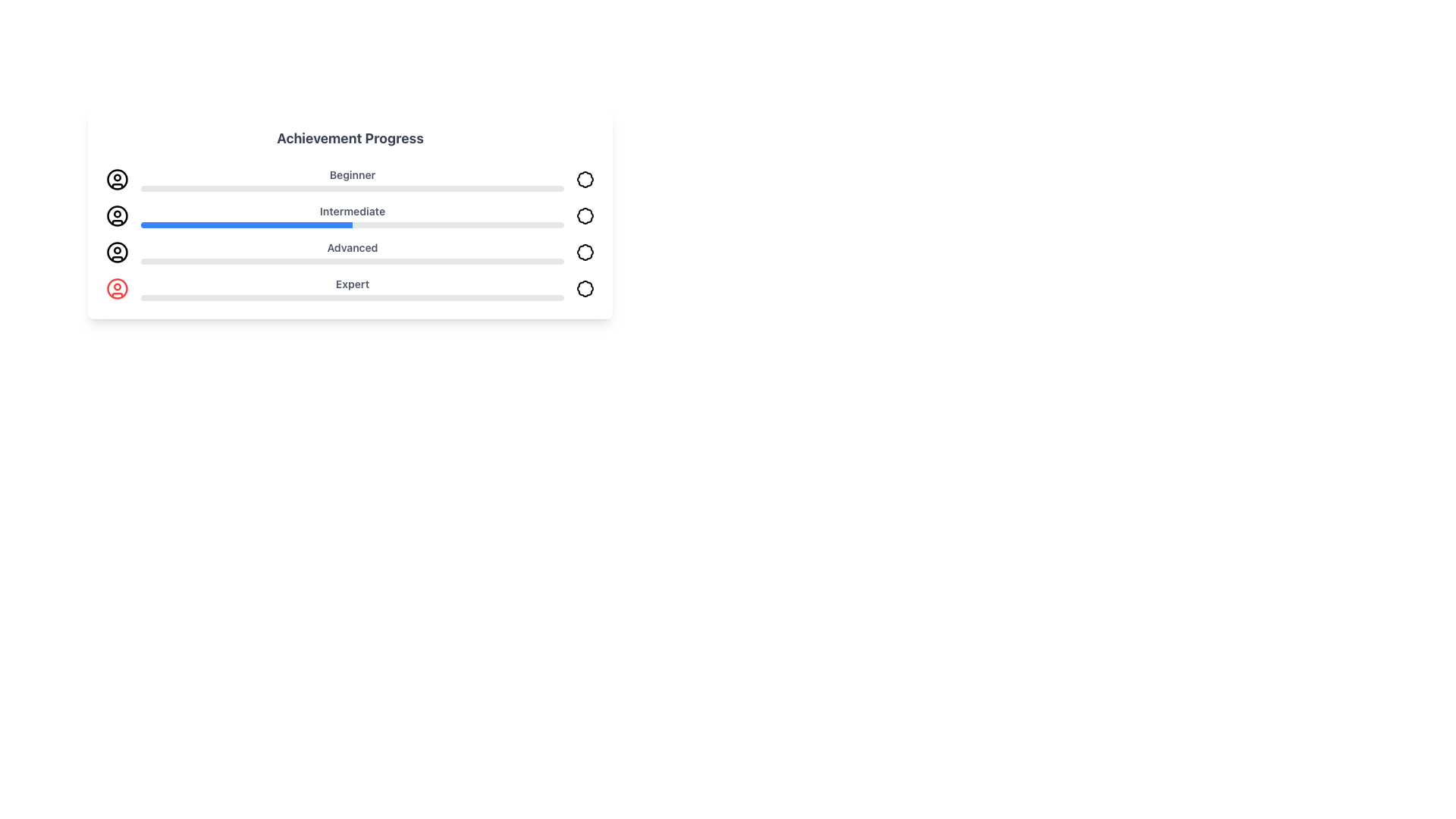  I want to click on the 'Intermediate' progress indicator, which is a blue horizontal bar indicating 50% completion, located between the 'Beginner' and 'Advanced' progress bars, so click(349, 216).